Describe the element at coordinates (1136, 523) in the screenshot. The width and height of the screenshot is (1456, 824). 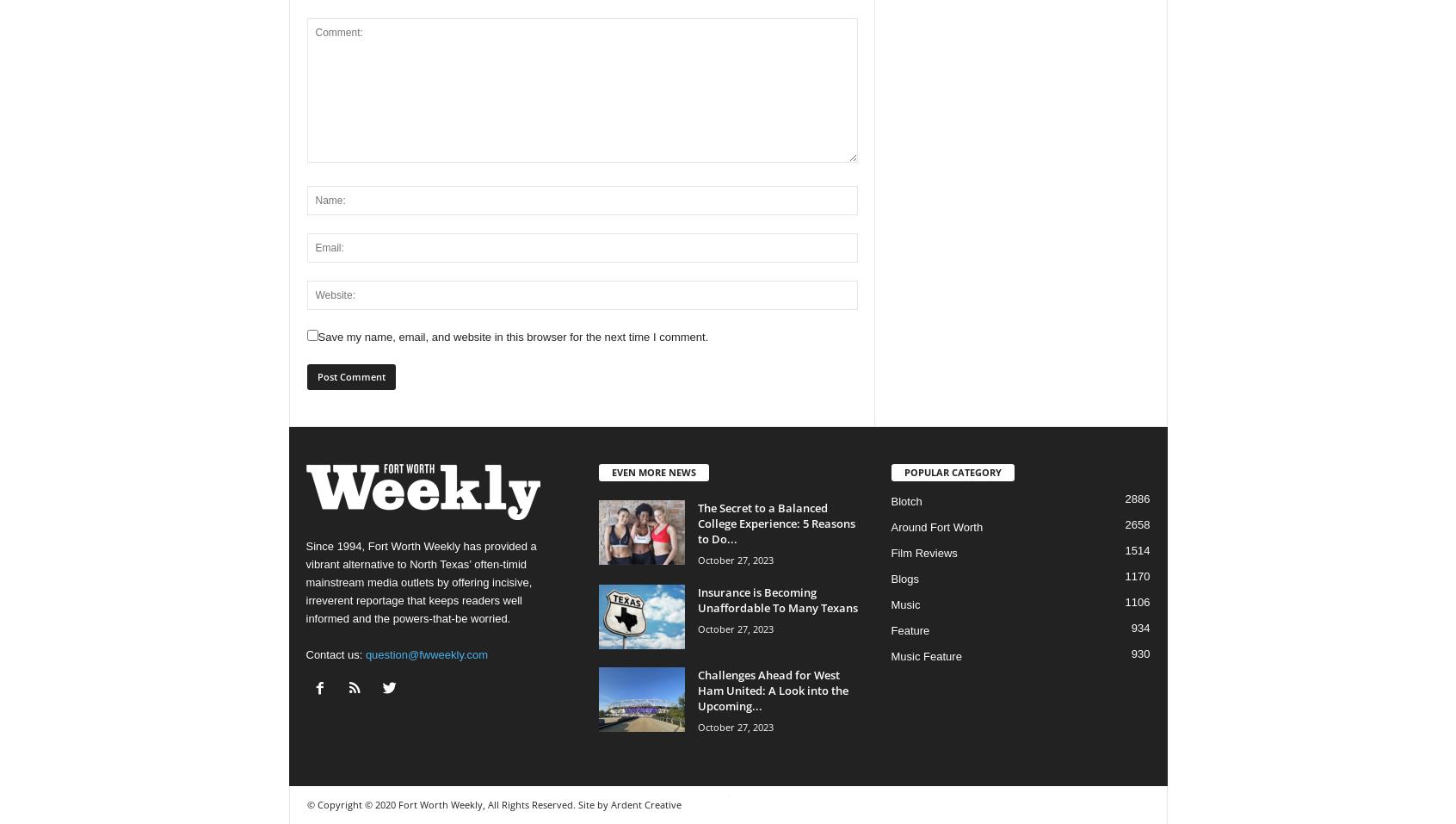
I see `'2658'` at that location.